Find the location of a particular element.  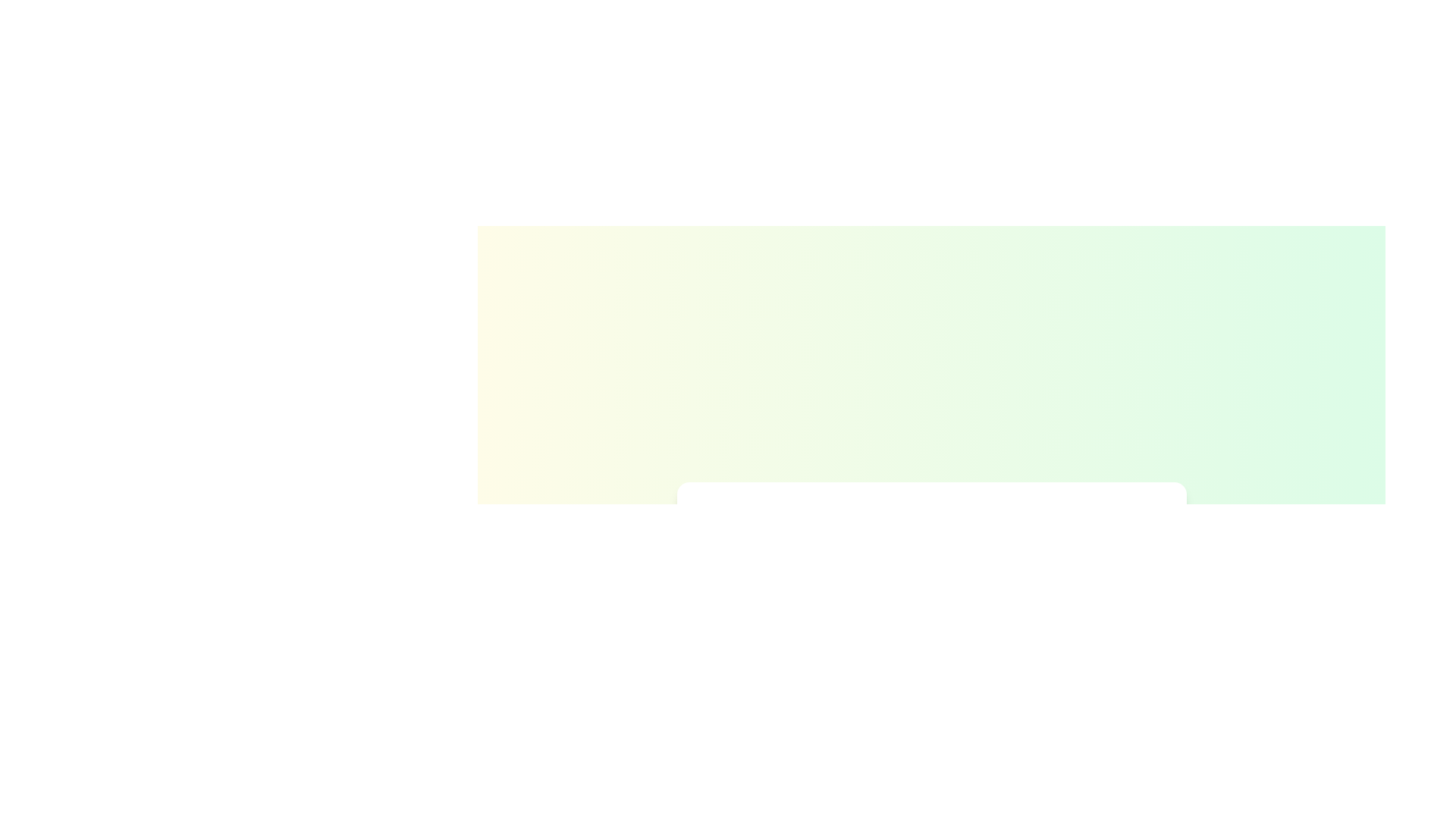

the Value label of the slider control displaying the number '4' is located at coordinates (1049, 553).